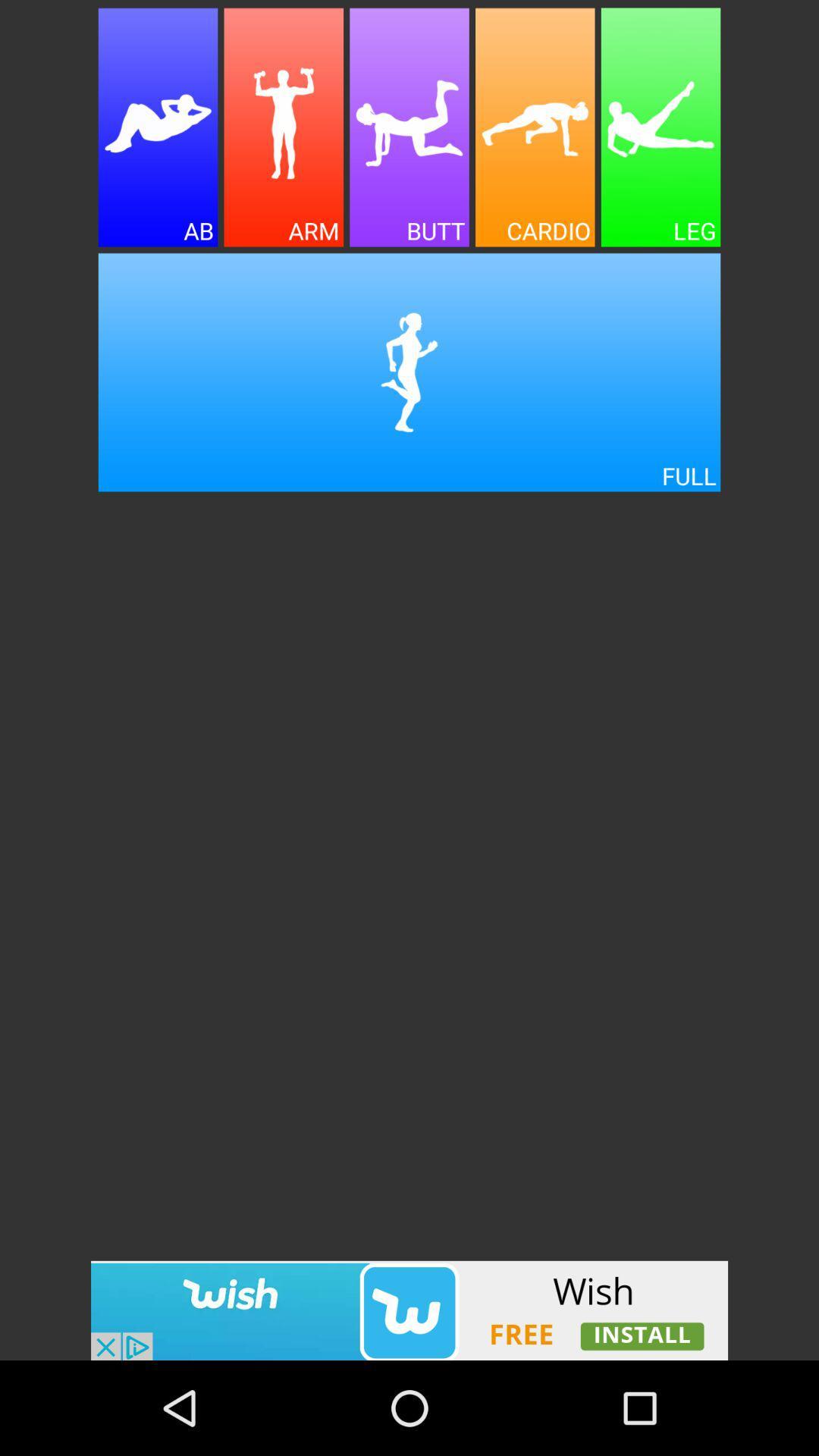 The height and width of the screenshot is (1456, 819). I want to click on running option, so click(409, 372).